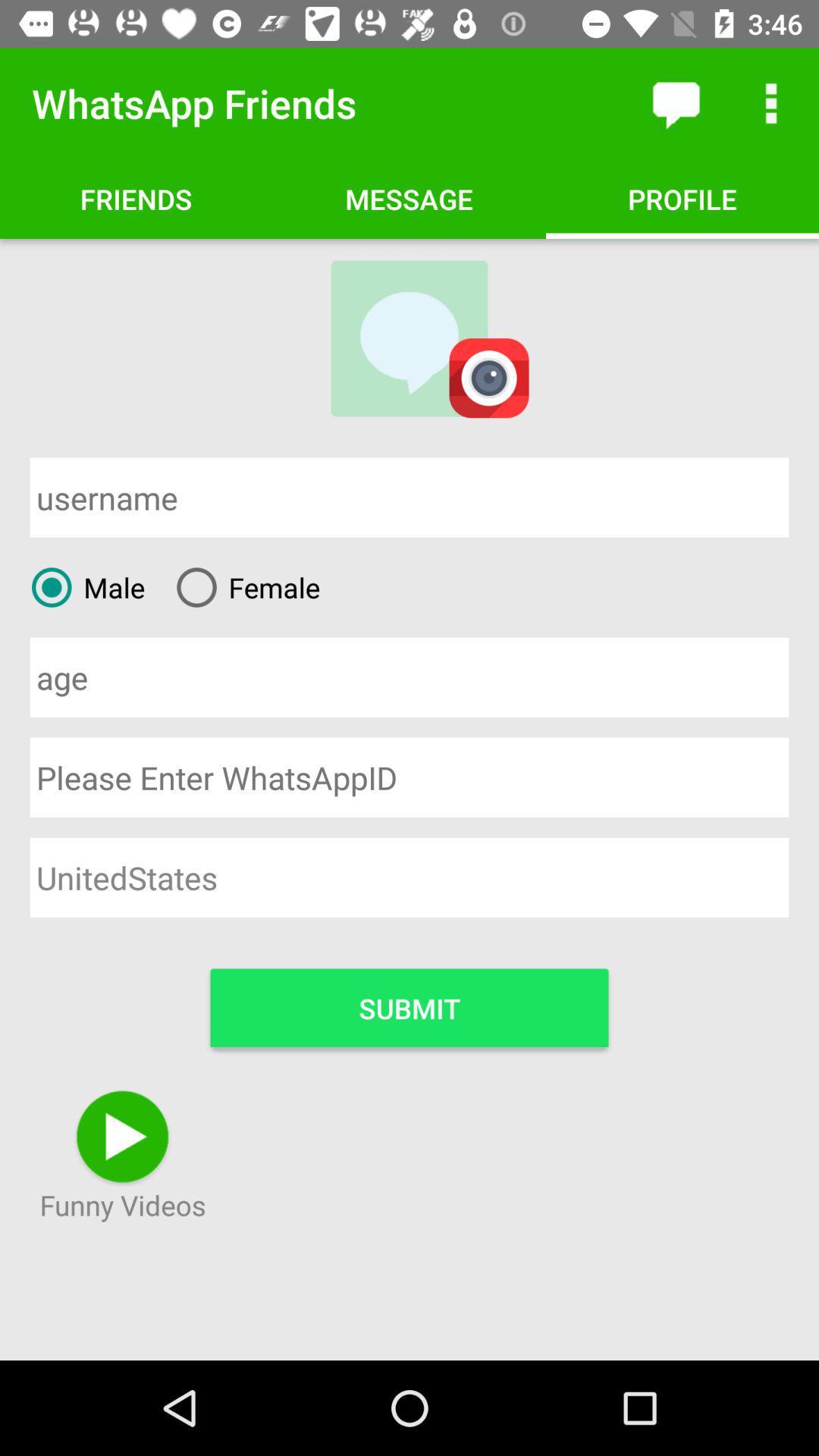 This screenshot has height=1456, width=819. I want to click on icon above the text funny videos, so click(121, 1136).